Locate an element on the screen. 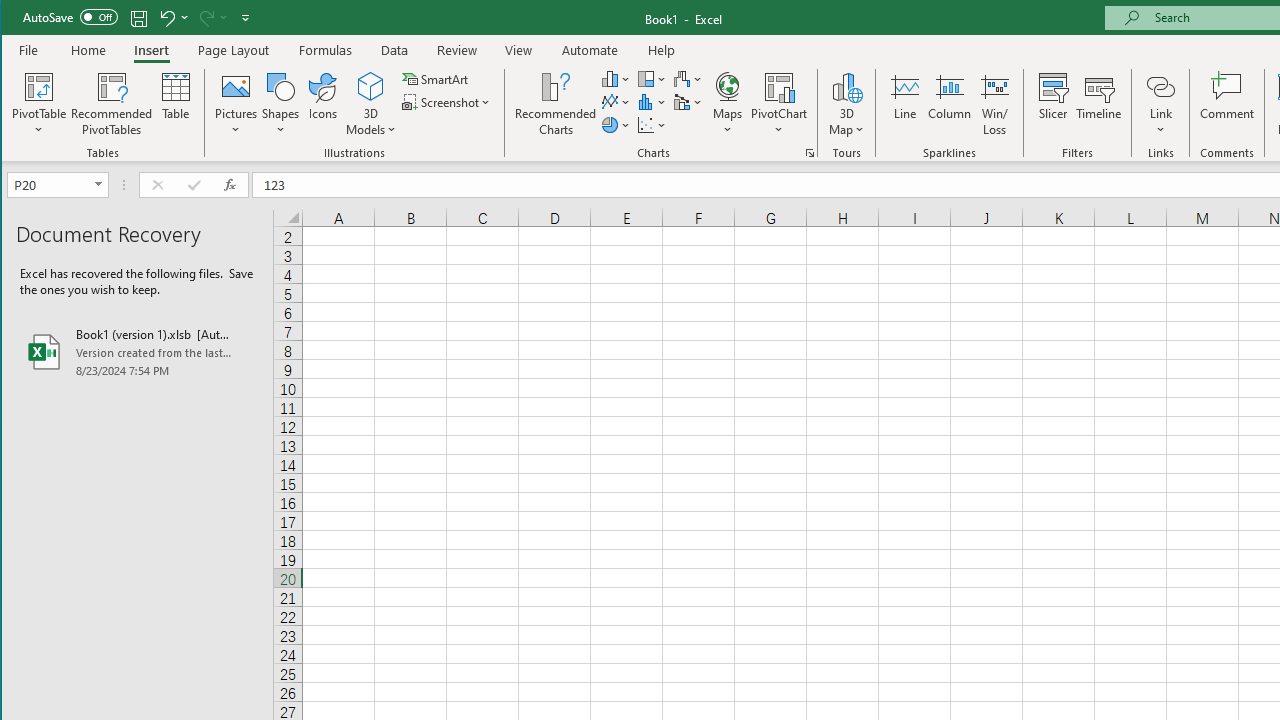  'Shapes' is located at coordinates (279, 104).